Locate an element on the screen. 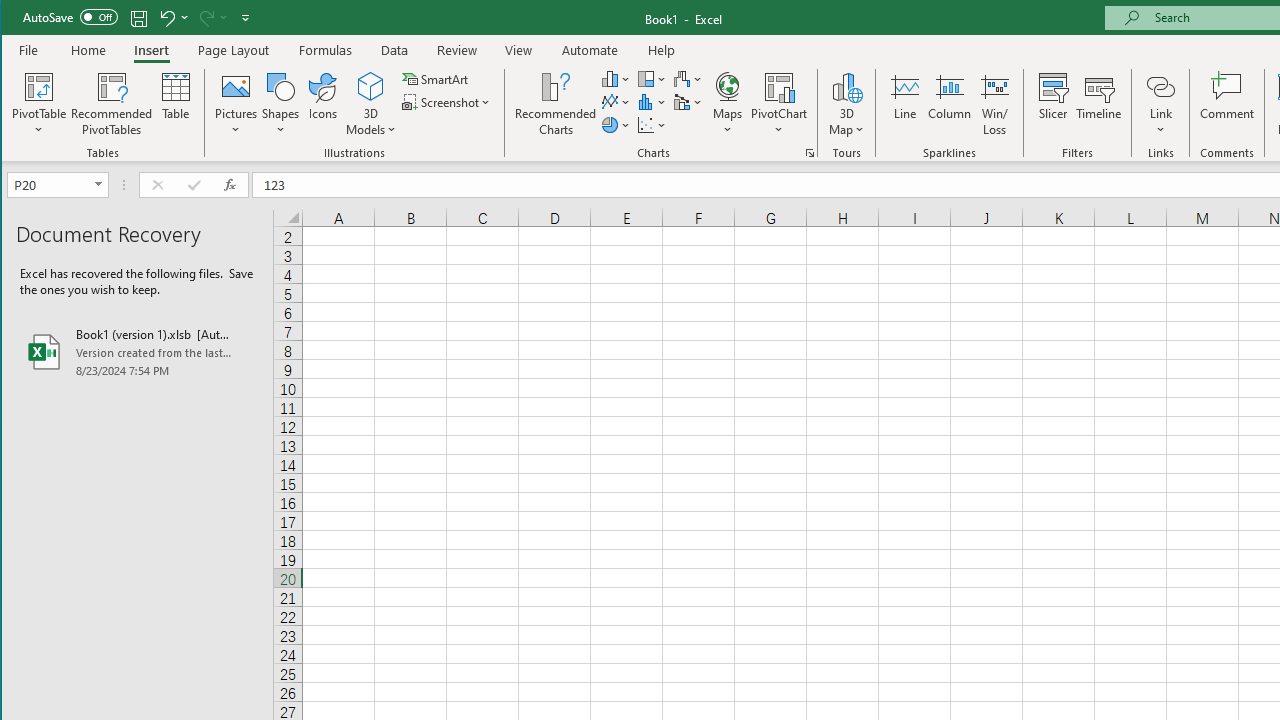  'Shapes' is located at coordinates (279, 104).